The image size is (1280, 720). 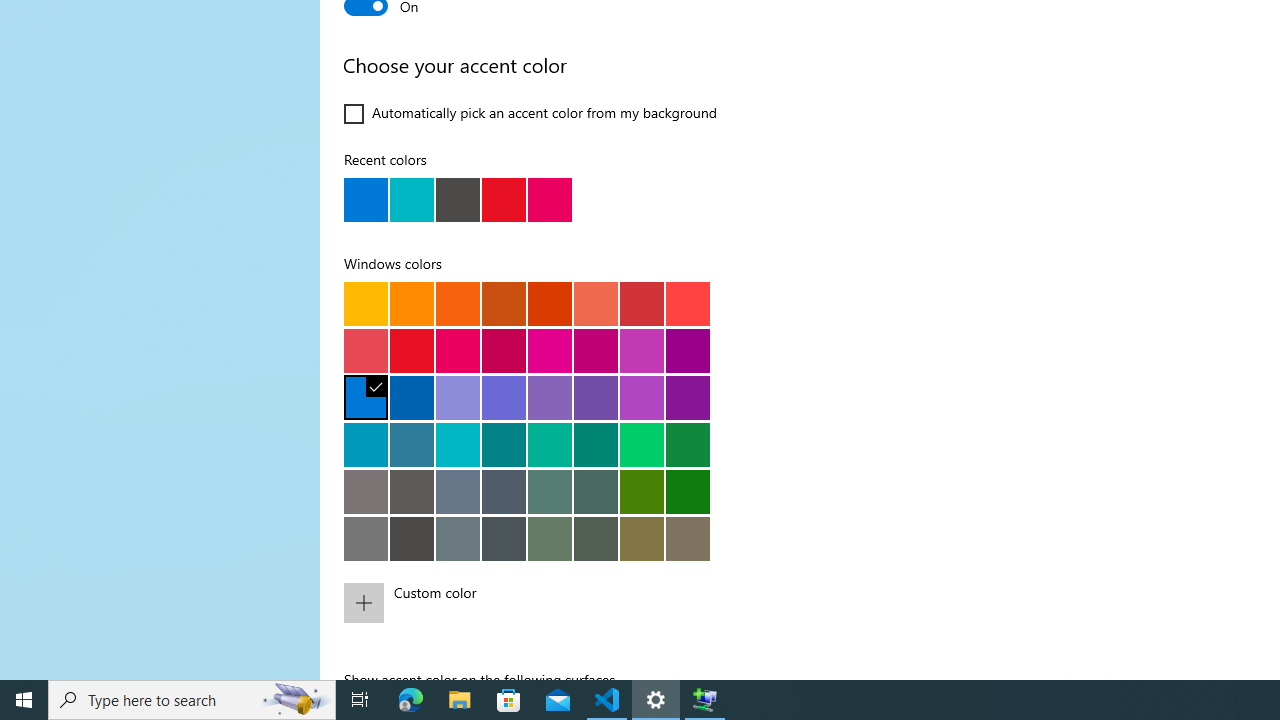 What do you see at coordinates (549, 303) in the screenshot?
I see `'Rust'` at bounding box center [549, 303].